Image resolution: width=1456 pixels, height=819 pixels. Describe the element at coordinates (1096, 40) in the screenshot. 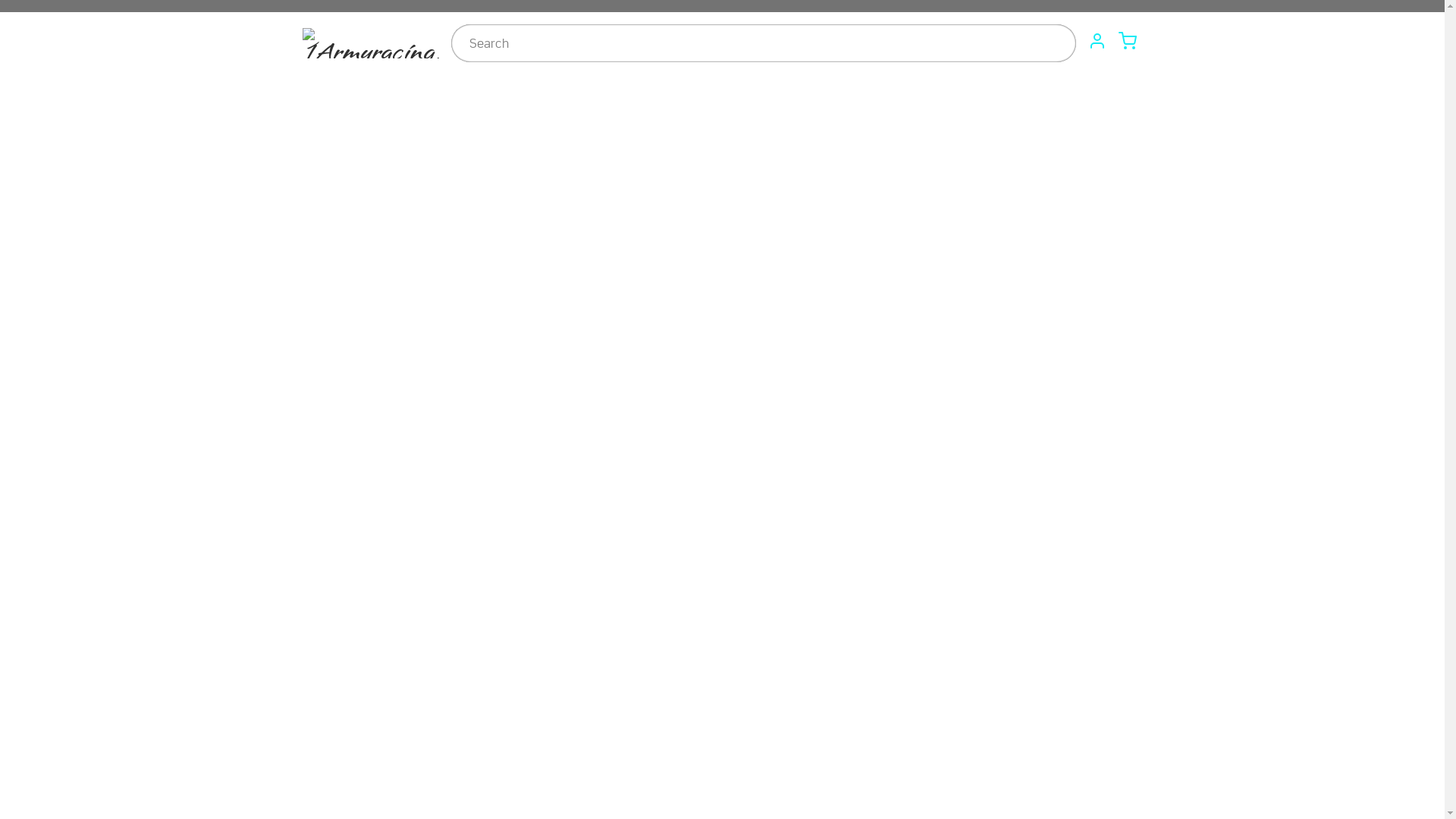

I see `'Account'` at that location.